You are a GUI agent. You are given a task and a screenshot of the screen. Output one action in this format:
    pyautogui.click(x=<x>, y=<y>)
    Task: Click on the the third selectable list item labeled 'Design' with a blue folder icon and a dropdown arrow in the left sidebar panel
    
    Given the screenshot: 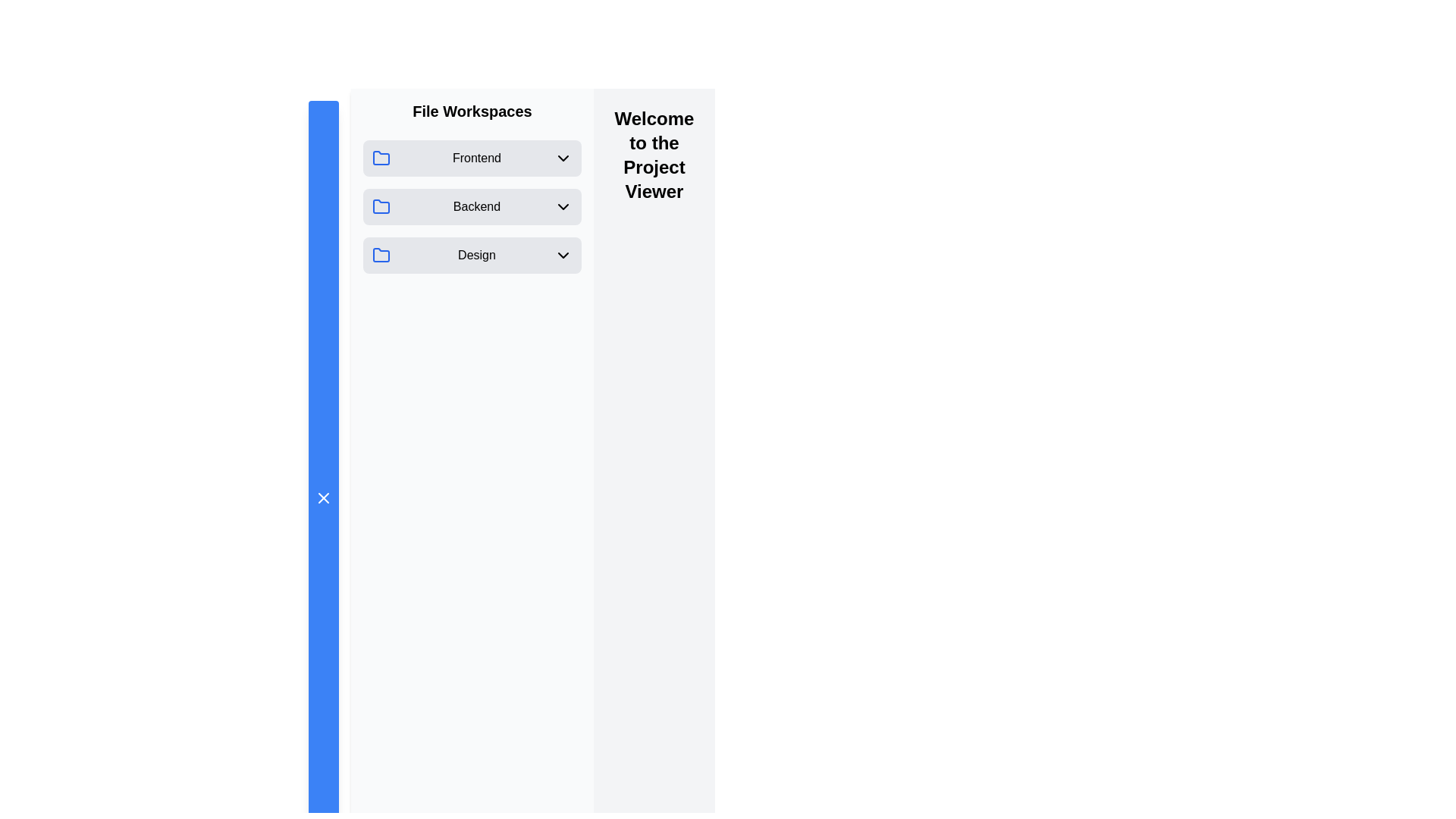 What is the action you would take?
    pyautogui.click(x=472, y=254)
    